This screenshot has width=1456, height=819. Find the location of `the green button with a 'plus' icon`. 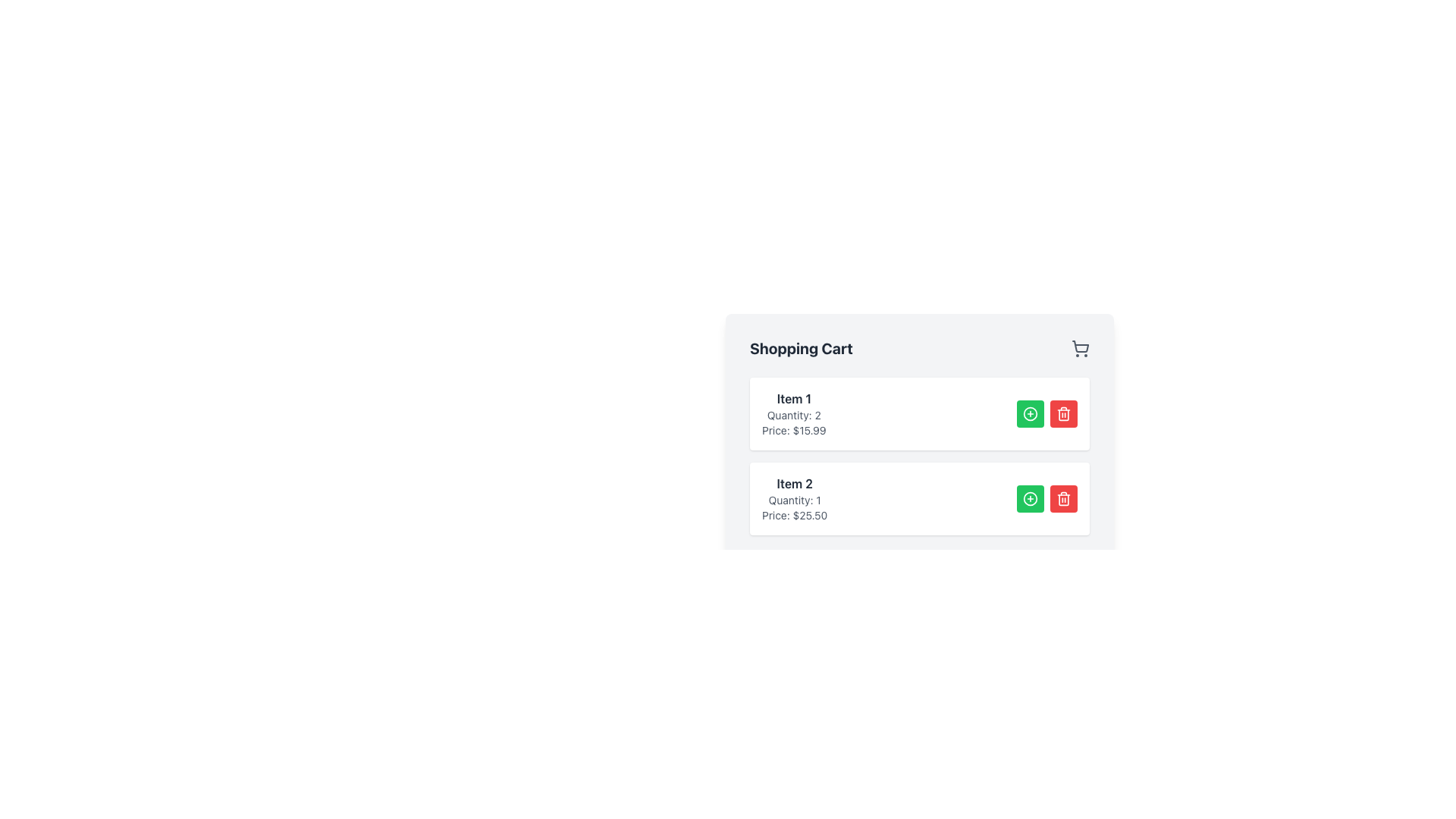

the green button with a 'plus' icon is located at coordinates (1046, 414).